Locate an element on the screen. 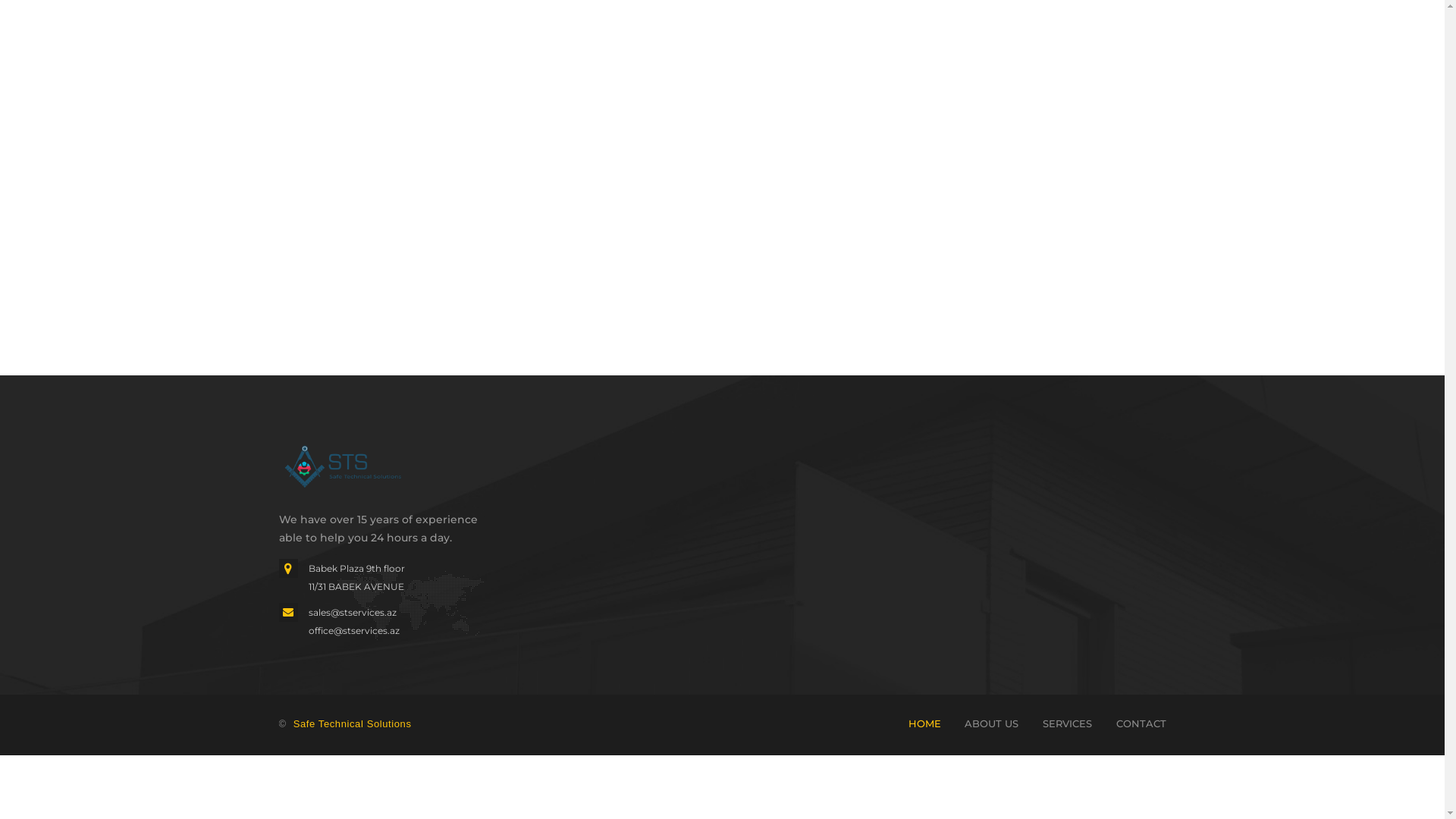 Image resolution: width=1456 pixels, height=819 pixels. 'HOME' is located at coordinates (924, 722).